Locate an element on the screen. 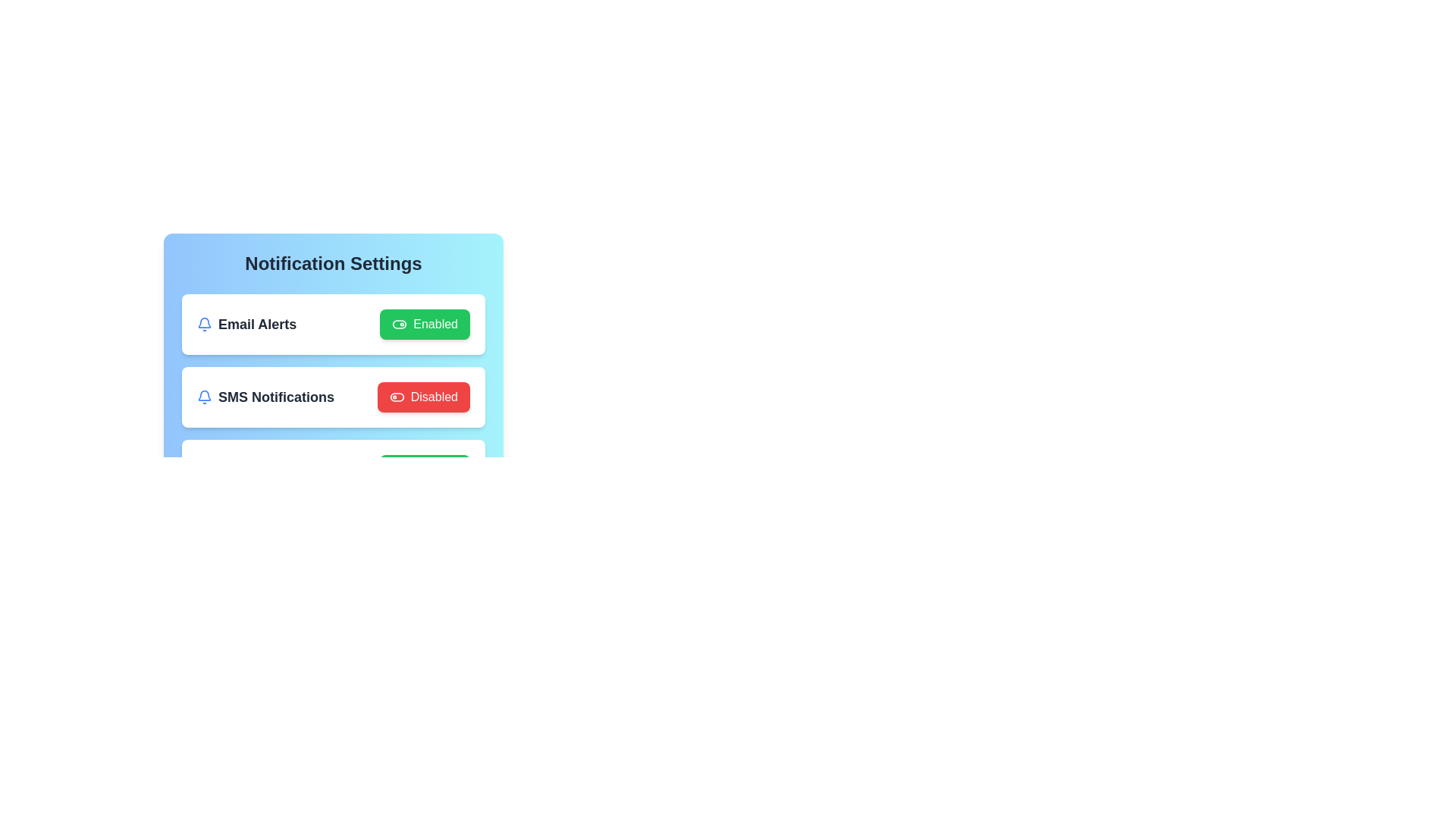 The width and height of the screenshot is (1456, 819). the button corresponding to Email Alerts is located at coordinates (425, 324).